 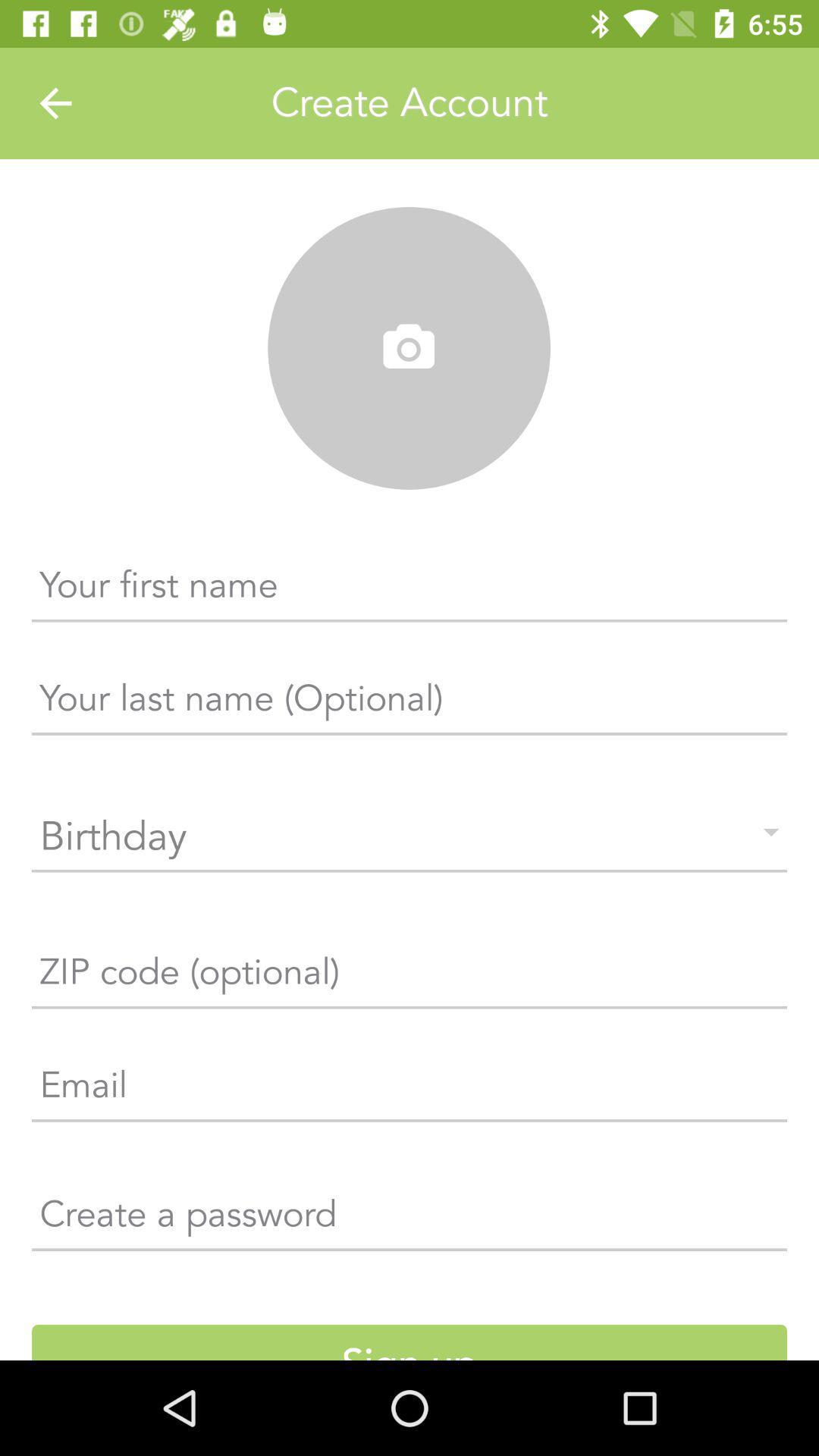 What do you see at coordinates (408, 348) in the screenshot?
I see `the profile photo` at bounding box center [408, 348].